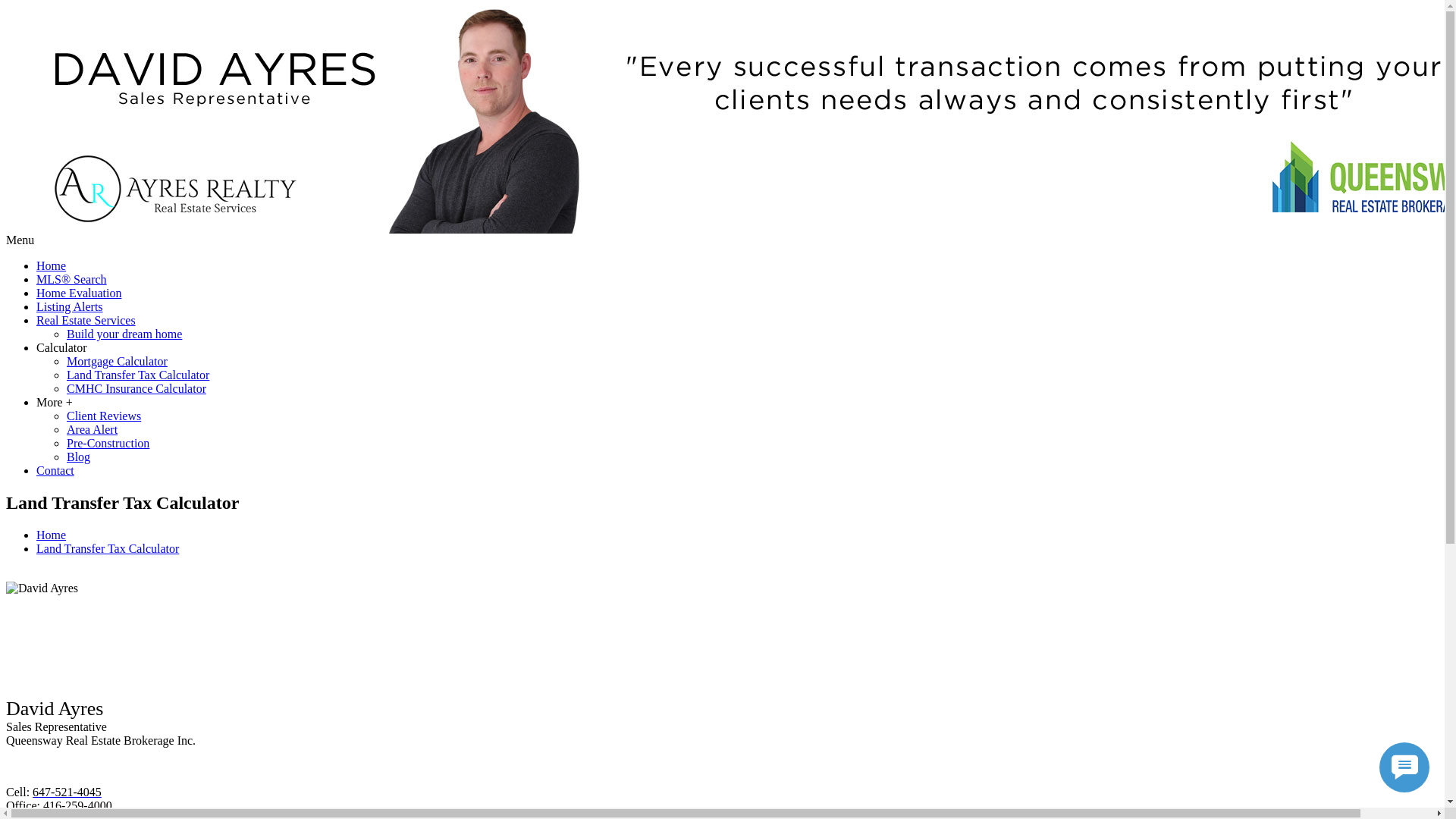  What do you see at coordinates (42, 587) in the screenshot?
I see `'David Ayres'` at bounding box center [42, 587].